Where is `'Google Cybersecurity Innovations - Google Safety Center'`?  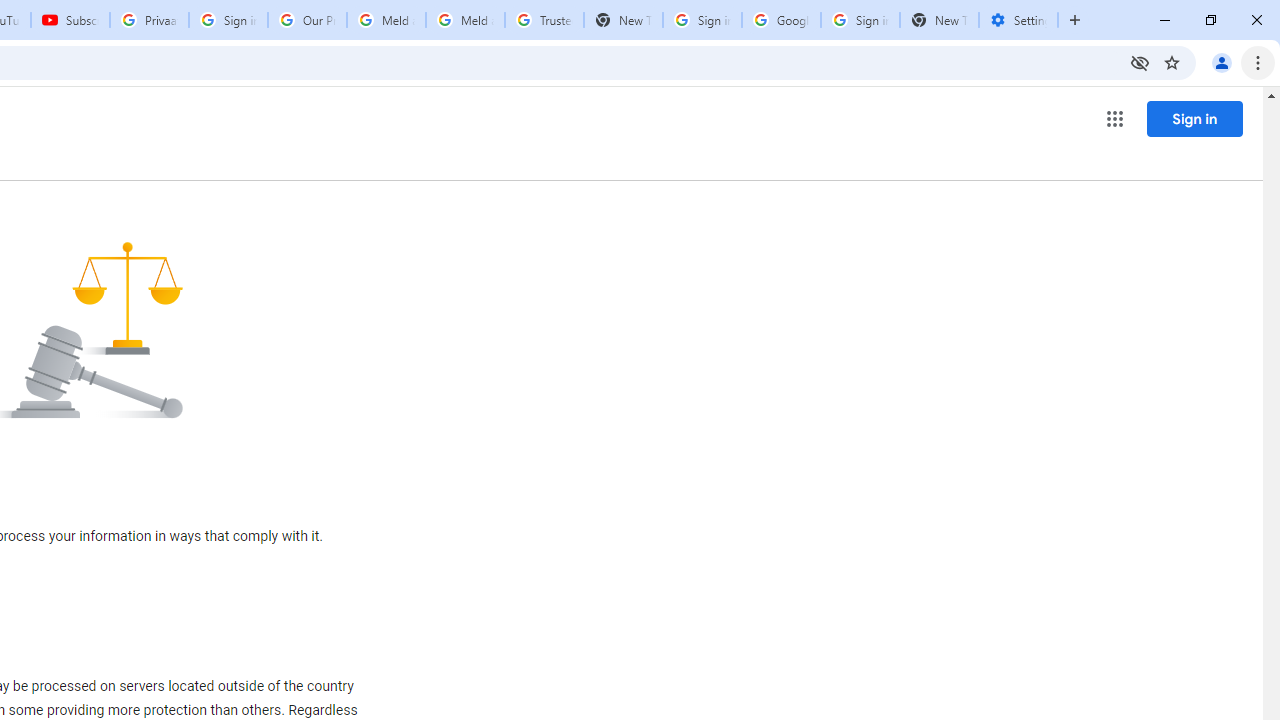
'Google Cybersecurity Innovations - Google Safety Center' is located at coordinates (780, 20).